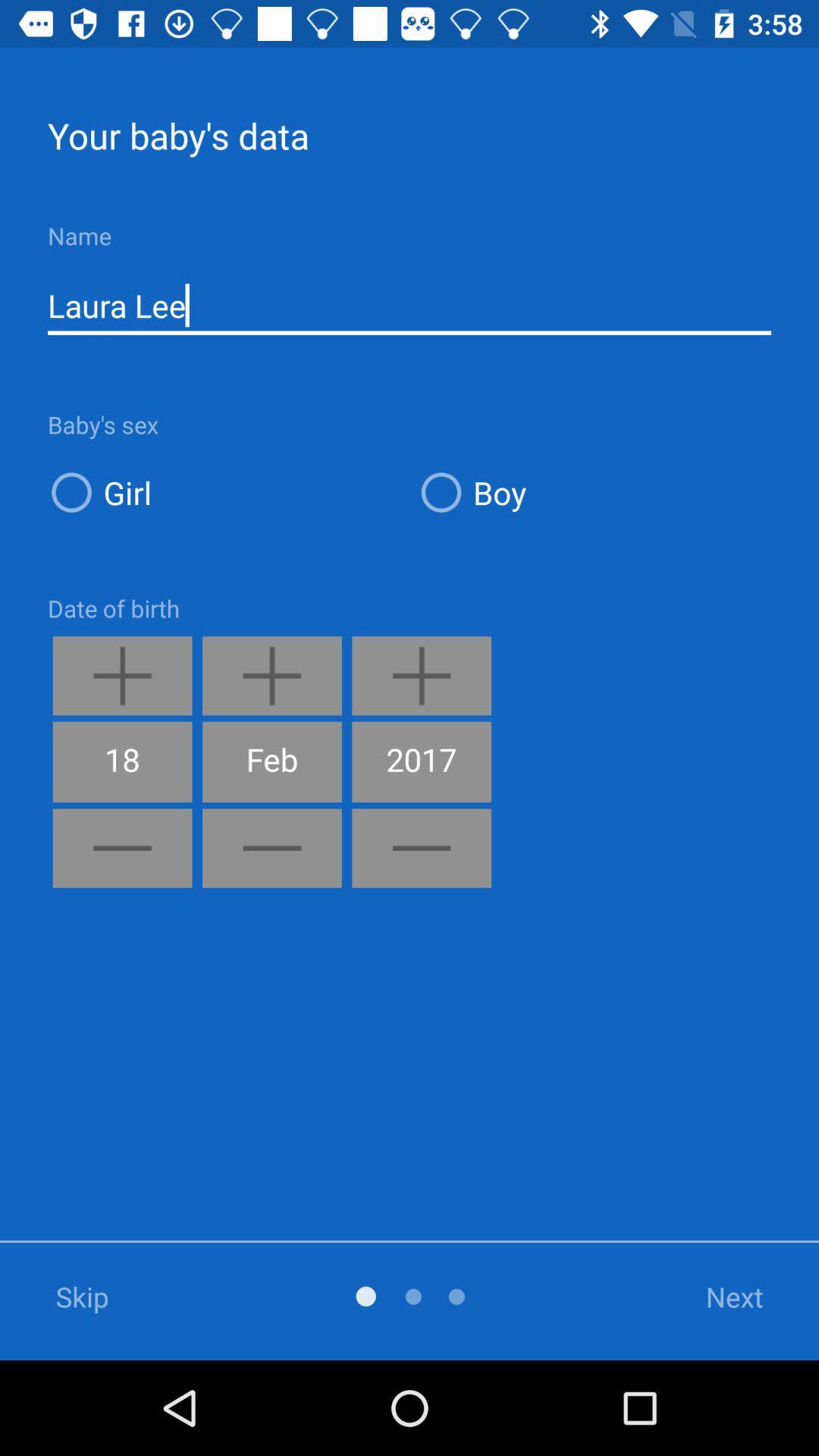  Describe the element at coordinates (715, 1295) in the screenshot. I see `the next item` at that location.